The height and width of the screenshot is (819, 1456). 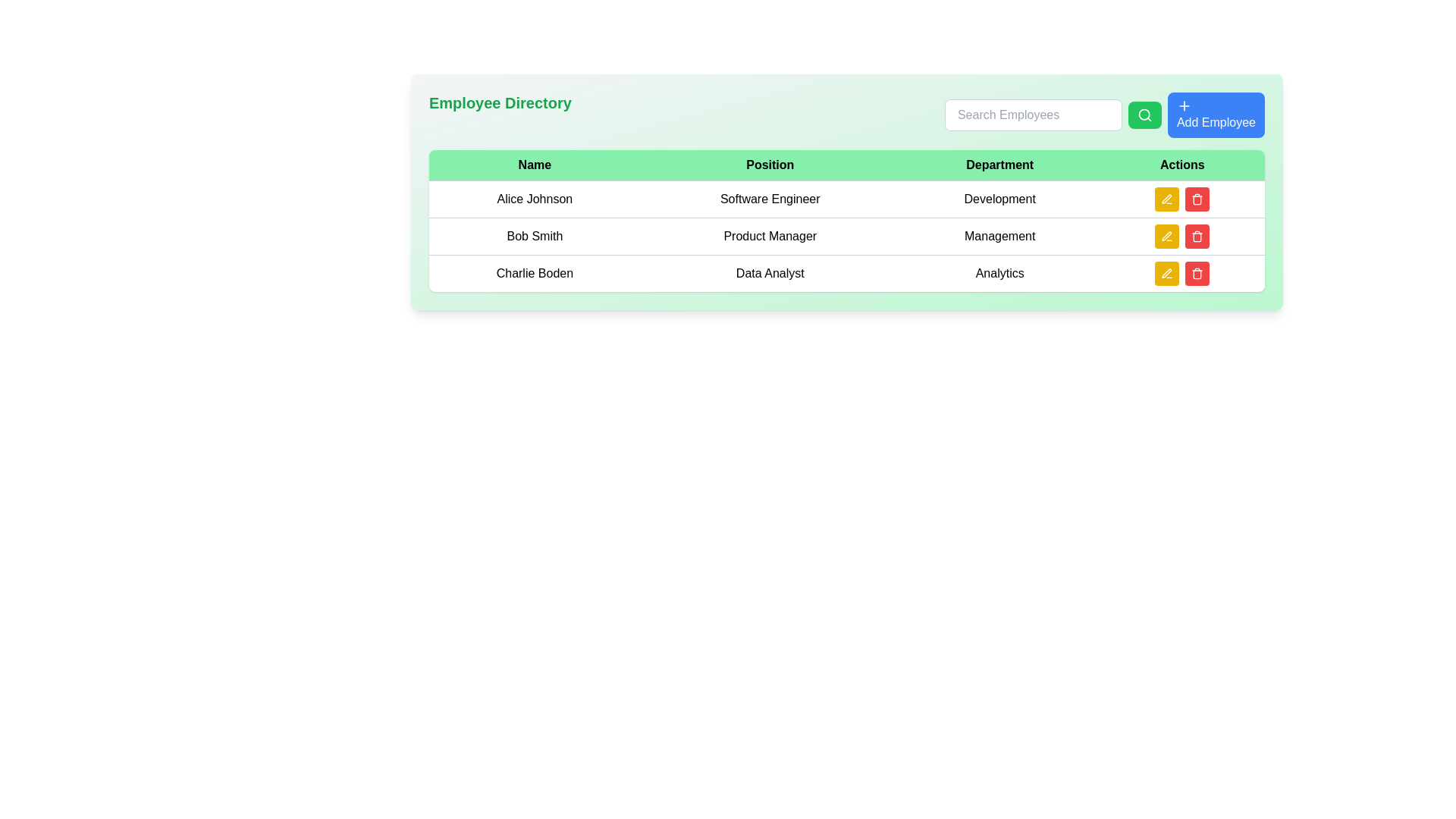 What do you see at coordinates (1197, 275) in the screenshot?
I see `the trash icon representing the delete action in the 'Actions' column of the last row in the table` at bounding box center [1197, 275].